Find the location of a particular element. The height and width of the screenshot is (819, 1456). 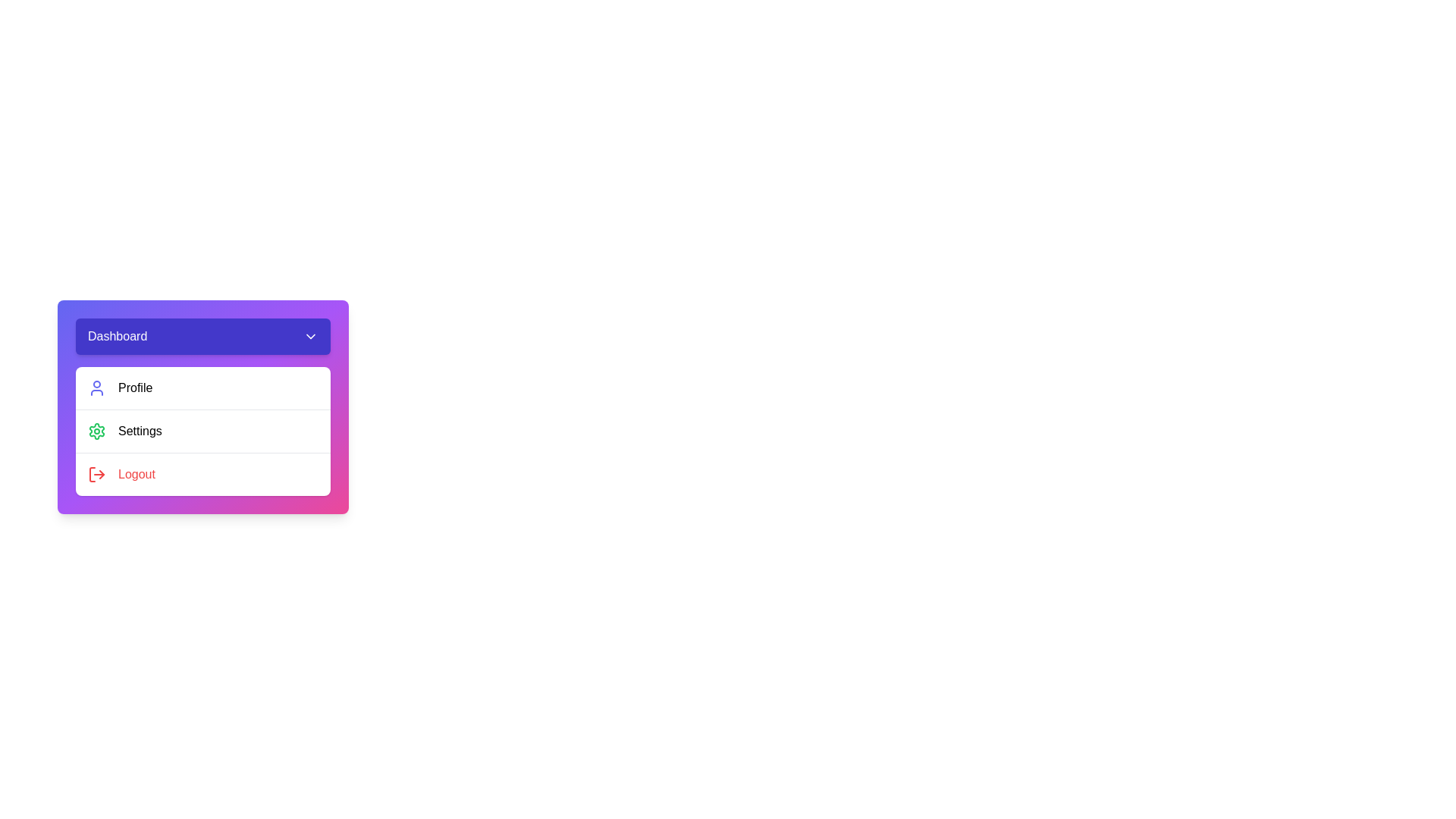

the 'Settings' option in the menu is located at coordinates (202, 431).